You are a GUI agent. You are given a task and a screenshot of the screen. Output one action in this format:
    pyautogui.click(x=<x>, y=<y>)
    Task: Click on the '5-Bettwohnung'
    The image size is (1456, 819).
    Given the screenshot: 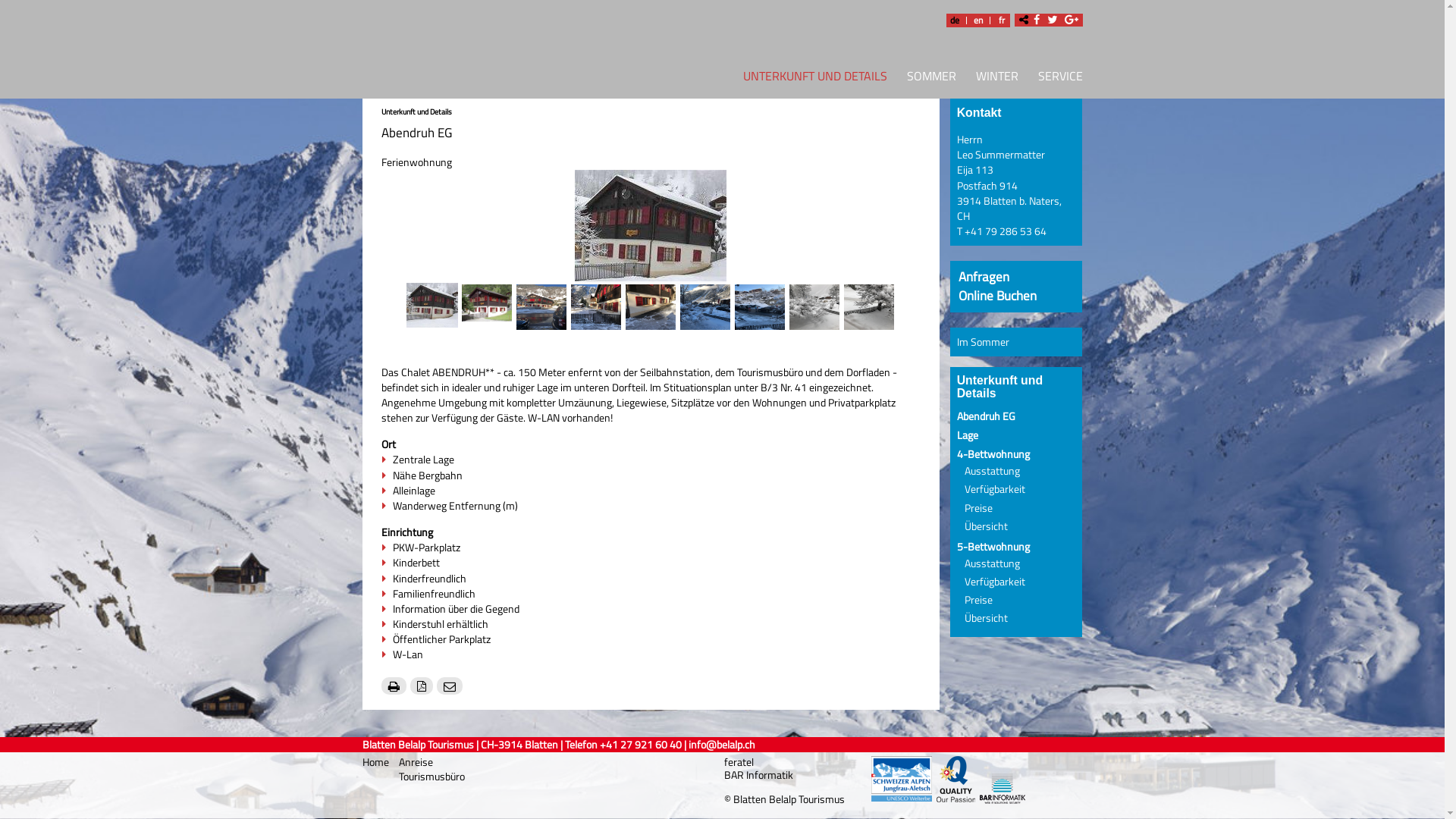 What is the action you would take?
    pyautogui.click(x=956, y=547)
    